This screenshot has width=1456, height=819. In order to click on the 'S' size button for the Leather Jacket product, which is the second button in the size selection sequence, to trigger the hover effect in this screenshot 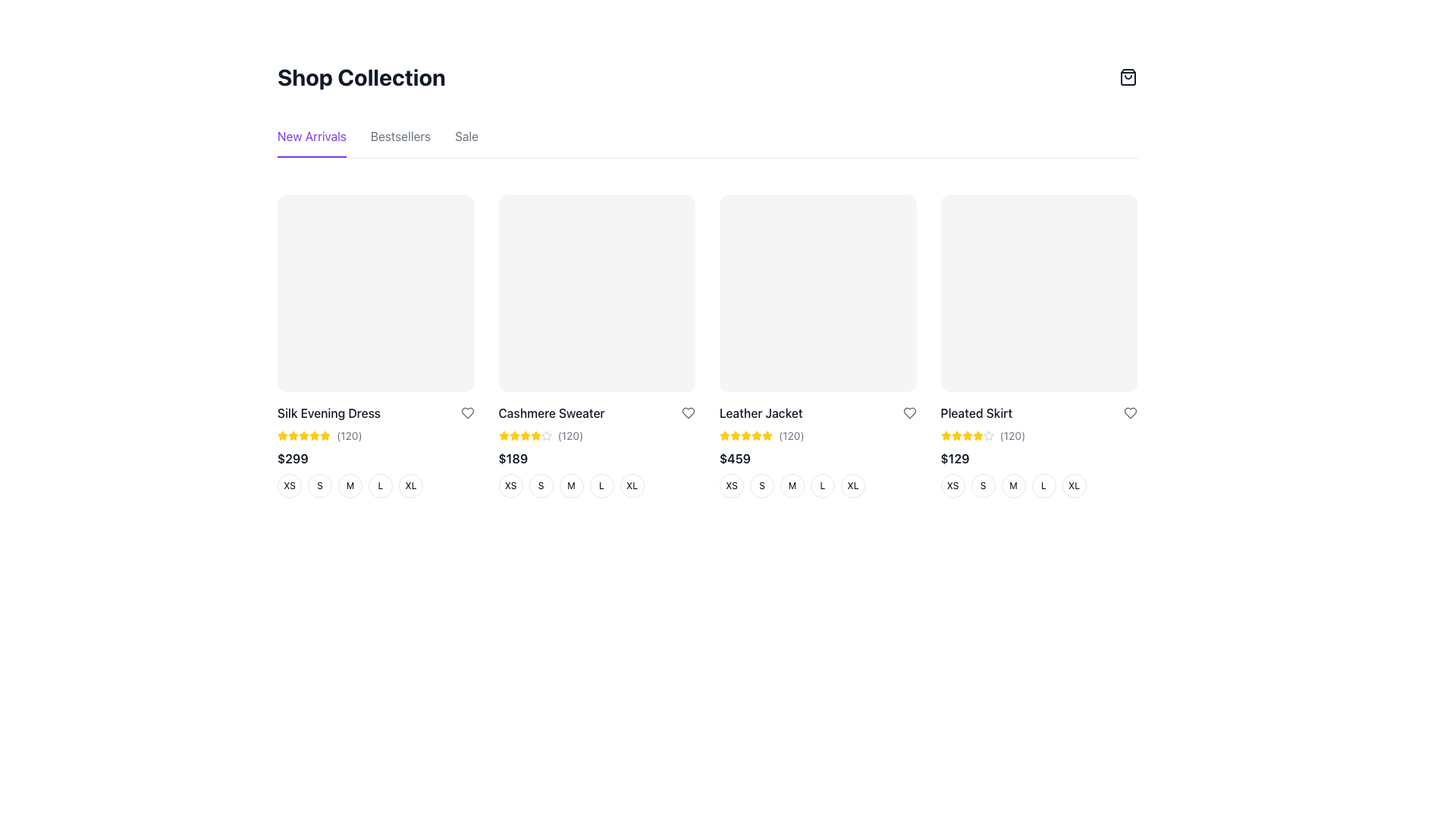, I will do `click(761, 485)`.